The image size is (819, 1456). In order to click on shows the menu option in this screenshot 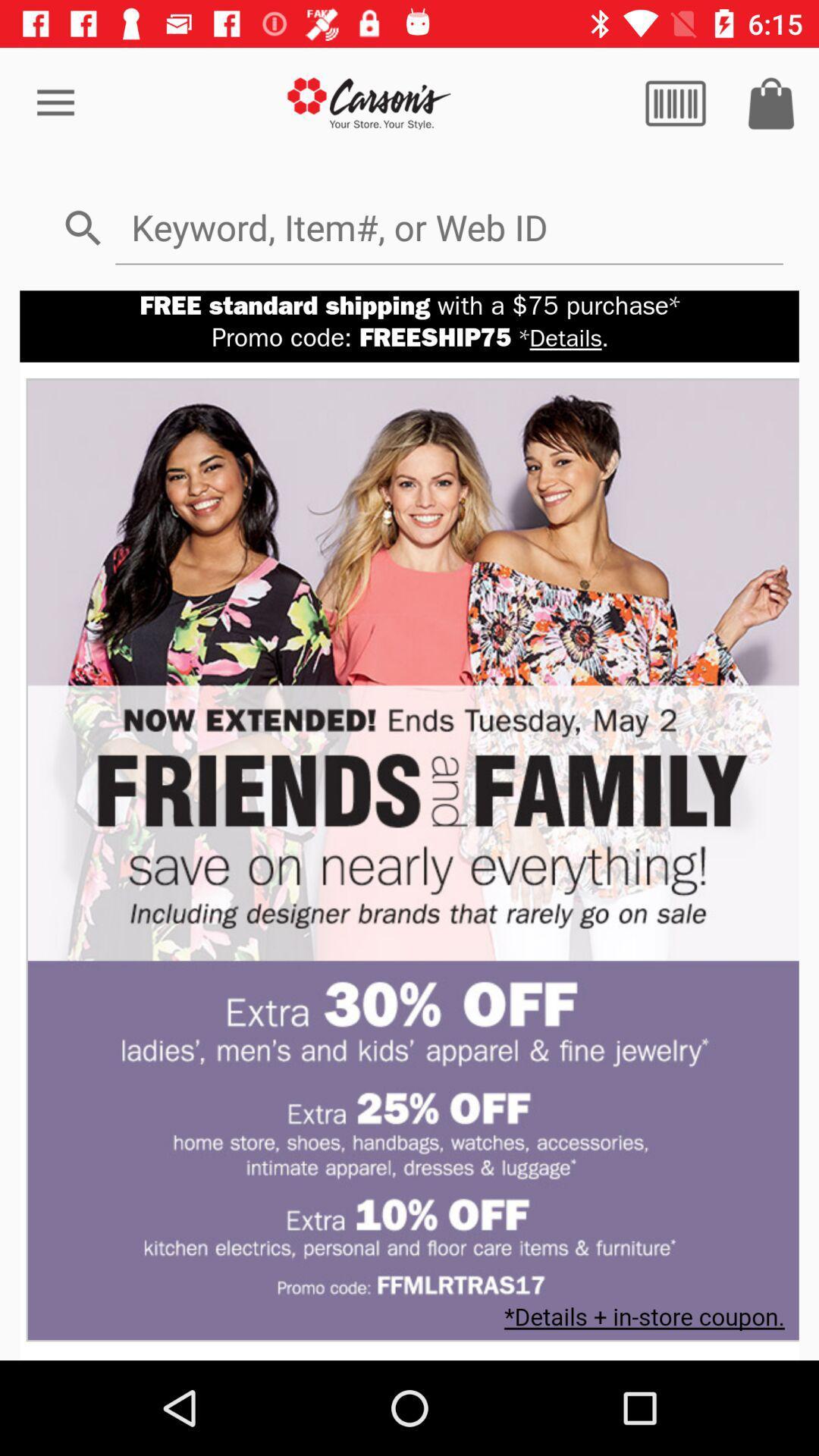, I will do `click(675, 102)`.